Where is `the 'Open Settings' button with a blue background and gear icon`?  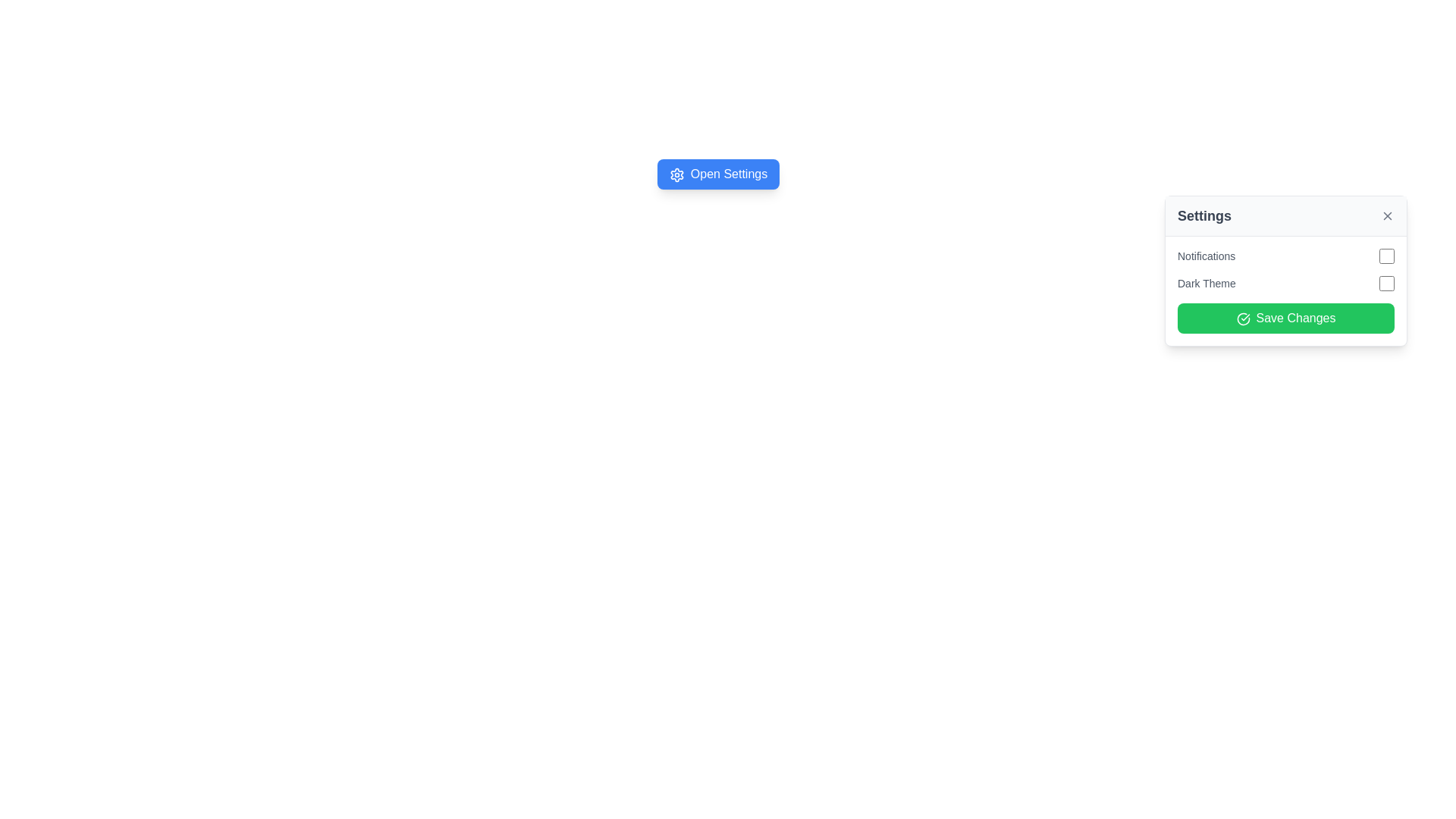
the 'Open Settings' button with a blue background and gear icon is located at coordinates (717, 174).